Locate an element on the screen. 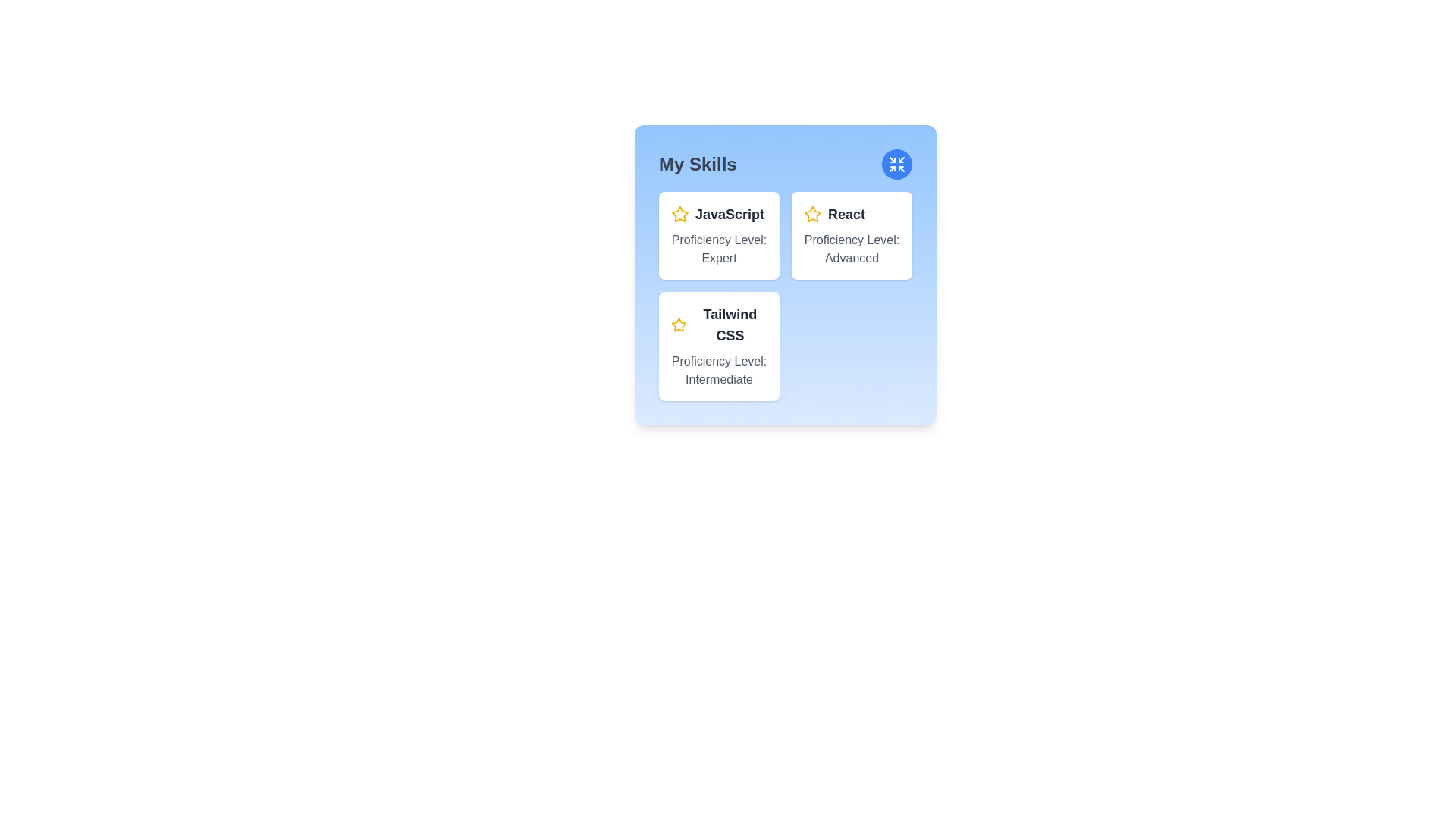  the five-pointed star icon with a gold outline and white interior located next to the skill name in the 'My Skills' section is located at coordinates (811, 214).